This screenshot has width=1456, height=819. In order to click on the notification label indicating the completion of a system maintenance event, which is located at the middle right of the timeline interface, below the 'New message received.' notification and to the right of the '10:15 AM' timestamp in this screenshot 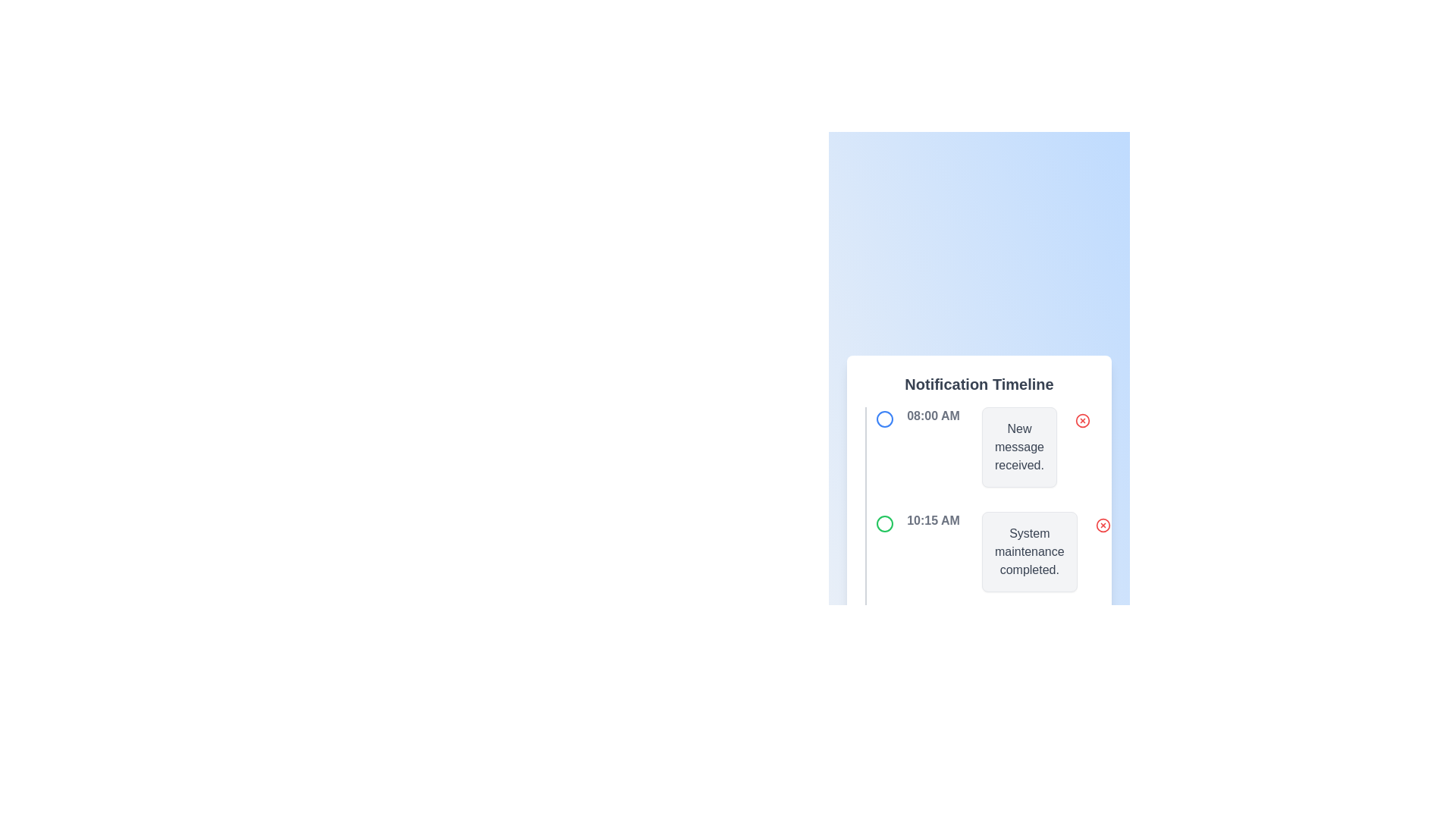, I will do `click(1029, 552)`.